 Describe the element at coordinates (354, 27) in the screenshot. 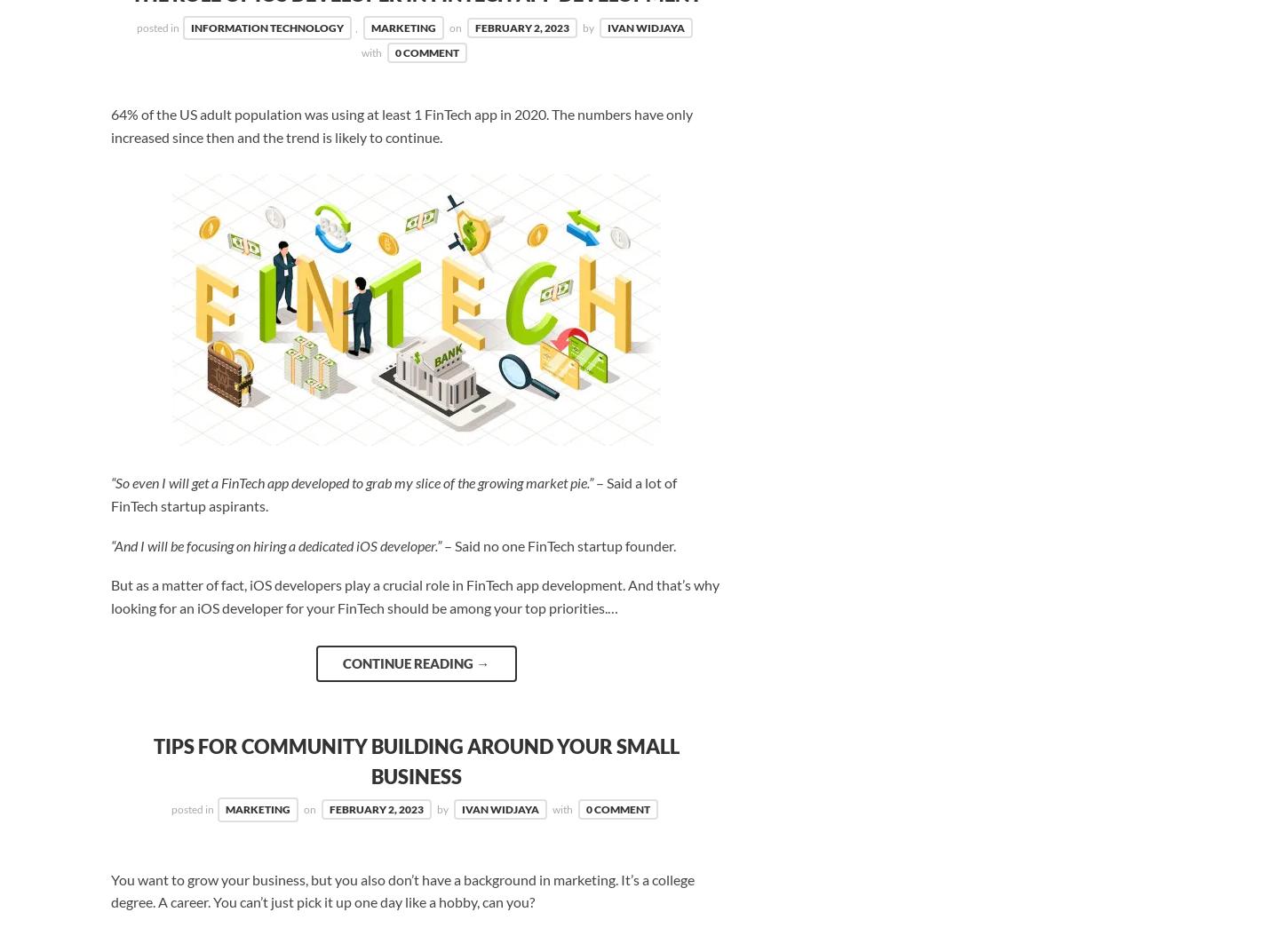

I see `','` at that location.